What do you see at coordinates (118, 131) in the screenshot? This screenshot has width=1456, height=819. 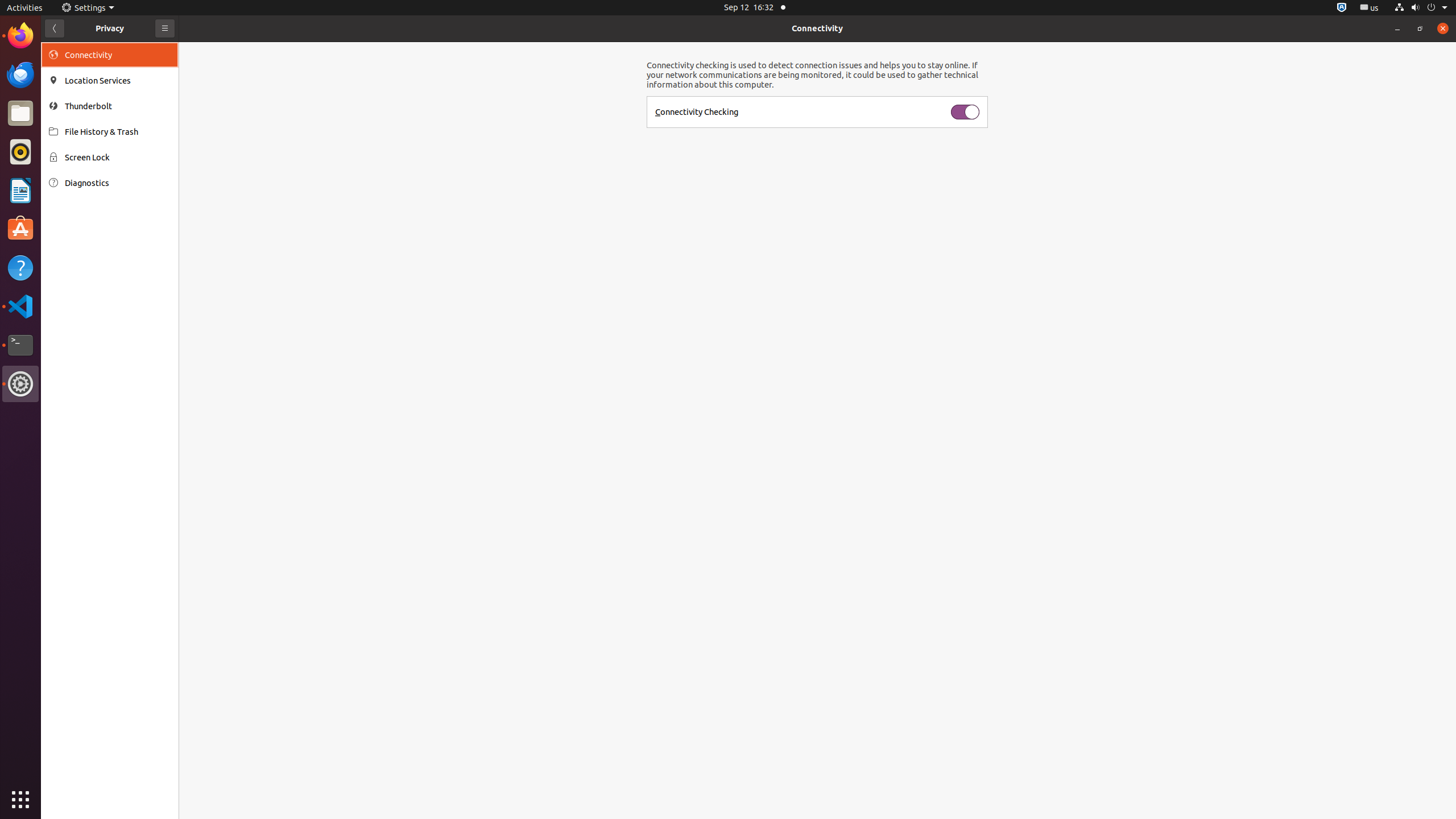 I see `'File History & Trash'` at bounding box center [118, 131].